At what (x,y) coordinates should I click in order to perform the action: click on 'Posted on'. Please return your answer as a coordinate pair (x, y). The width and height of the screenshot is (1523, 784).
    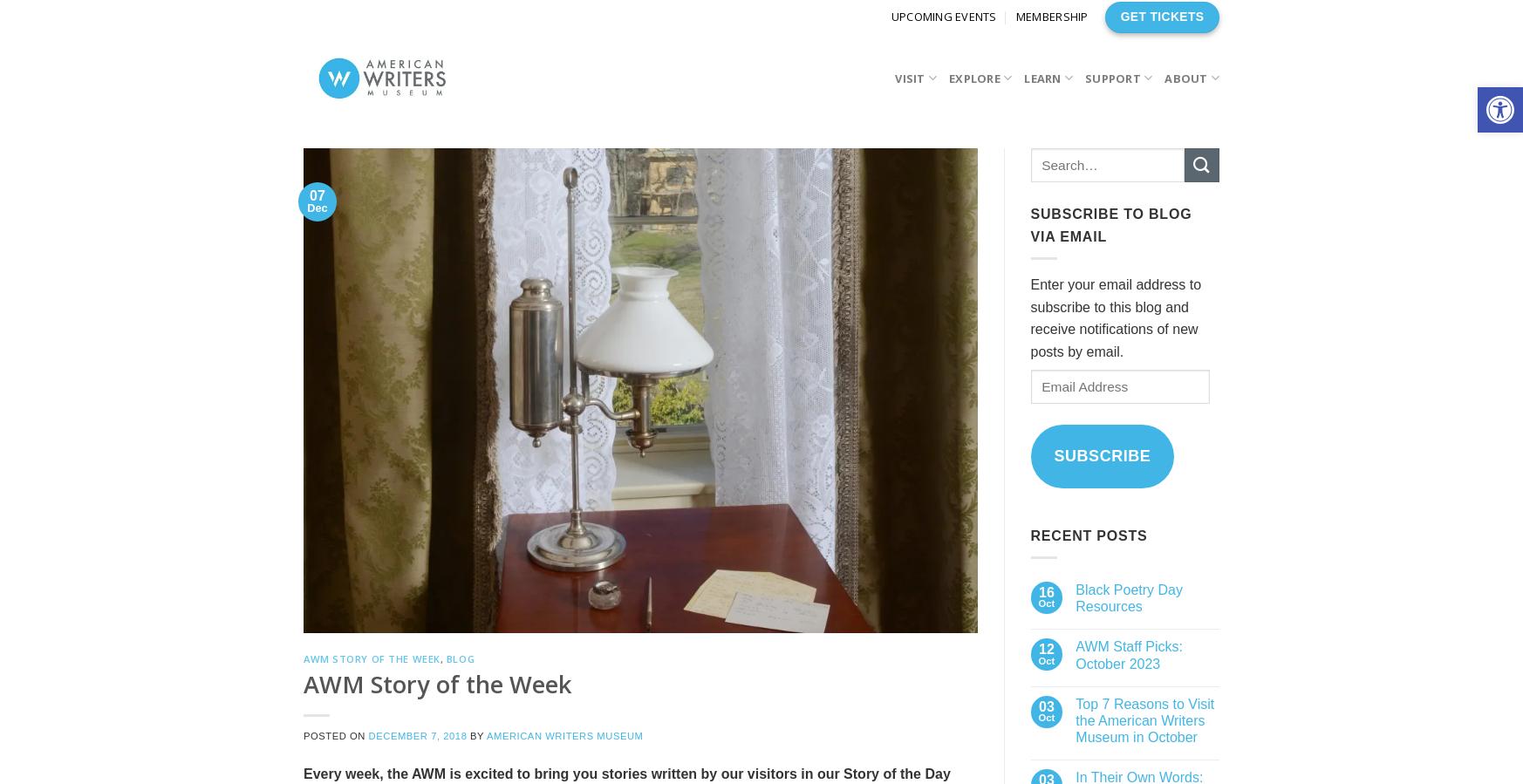
    Looking at the image, I should click on (303, 734).